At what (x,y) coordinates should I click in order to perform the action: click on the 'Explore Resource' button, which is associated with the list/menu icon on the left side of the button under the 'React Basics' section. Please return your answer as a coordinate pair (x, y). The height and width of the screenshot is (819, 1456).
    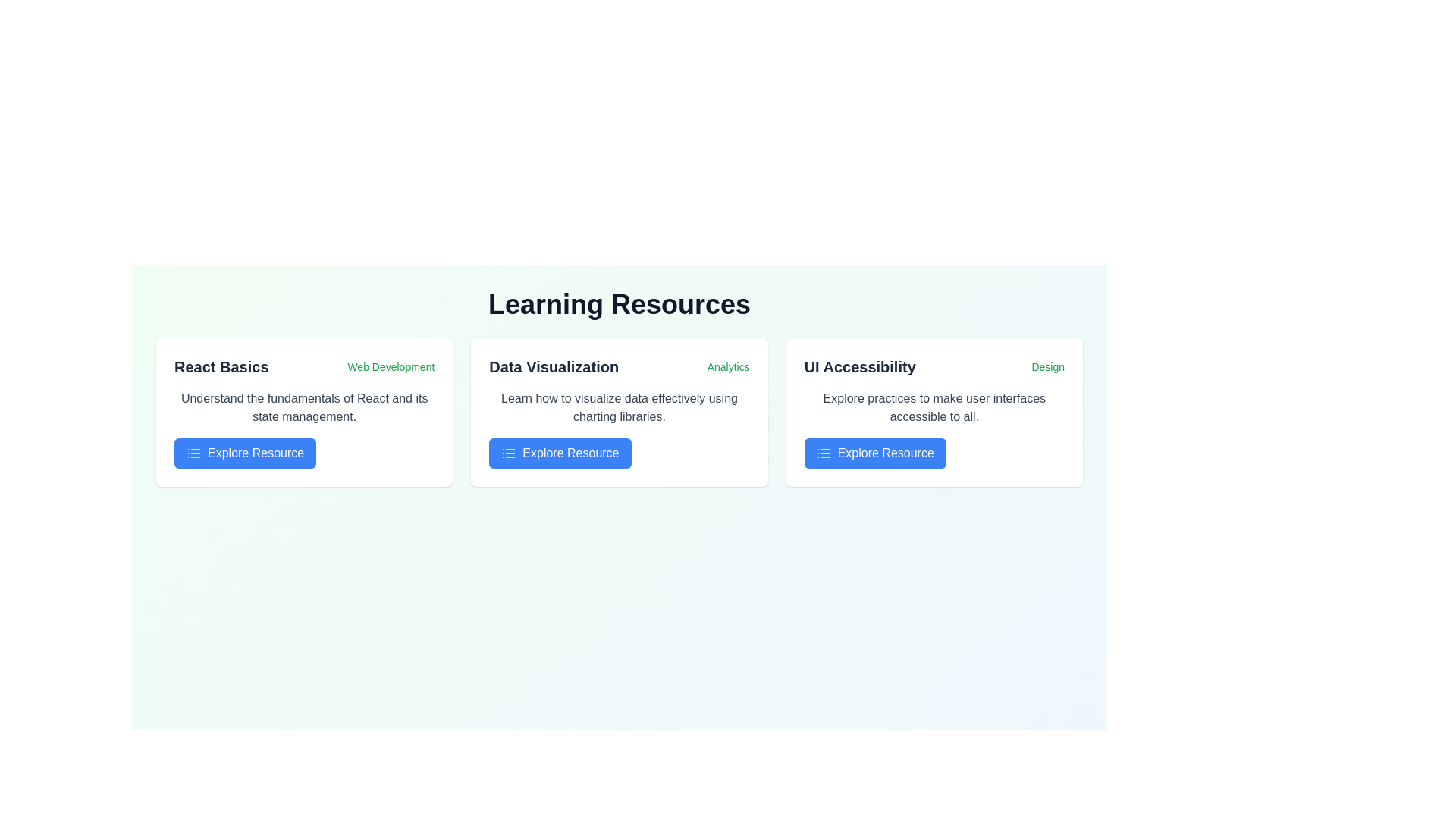
    Looking at the image, I should click on (193, 452).